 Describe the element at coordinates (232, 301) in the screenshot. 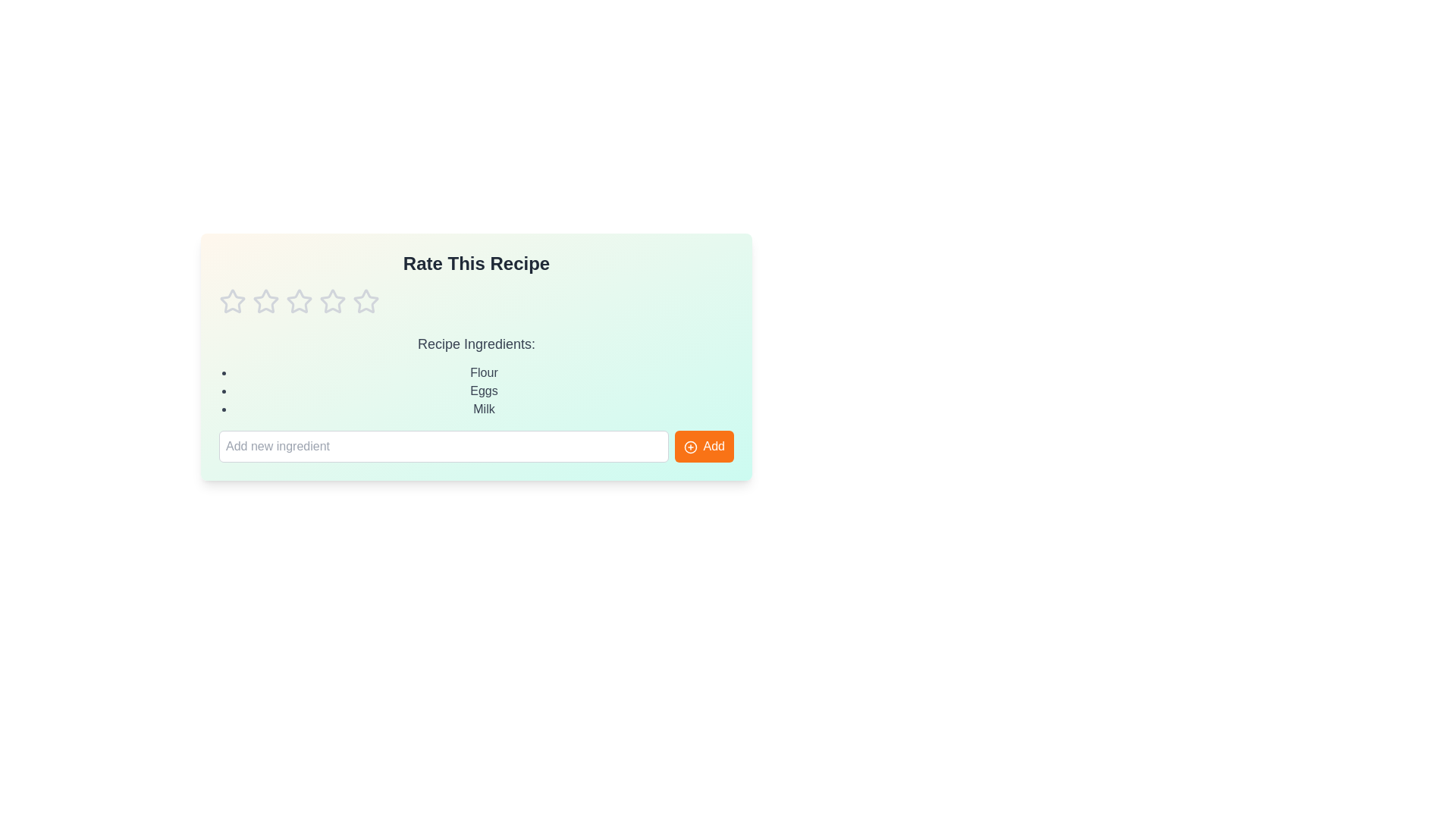

I see `the star corresponding to the rating 1 to set the recipe rating` at that location.